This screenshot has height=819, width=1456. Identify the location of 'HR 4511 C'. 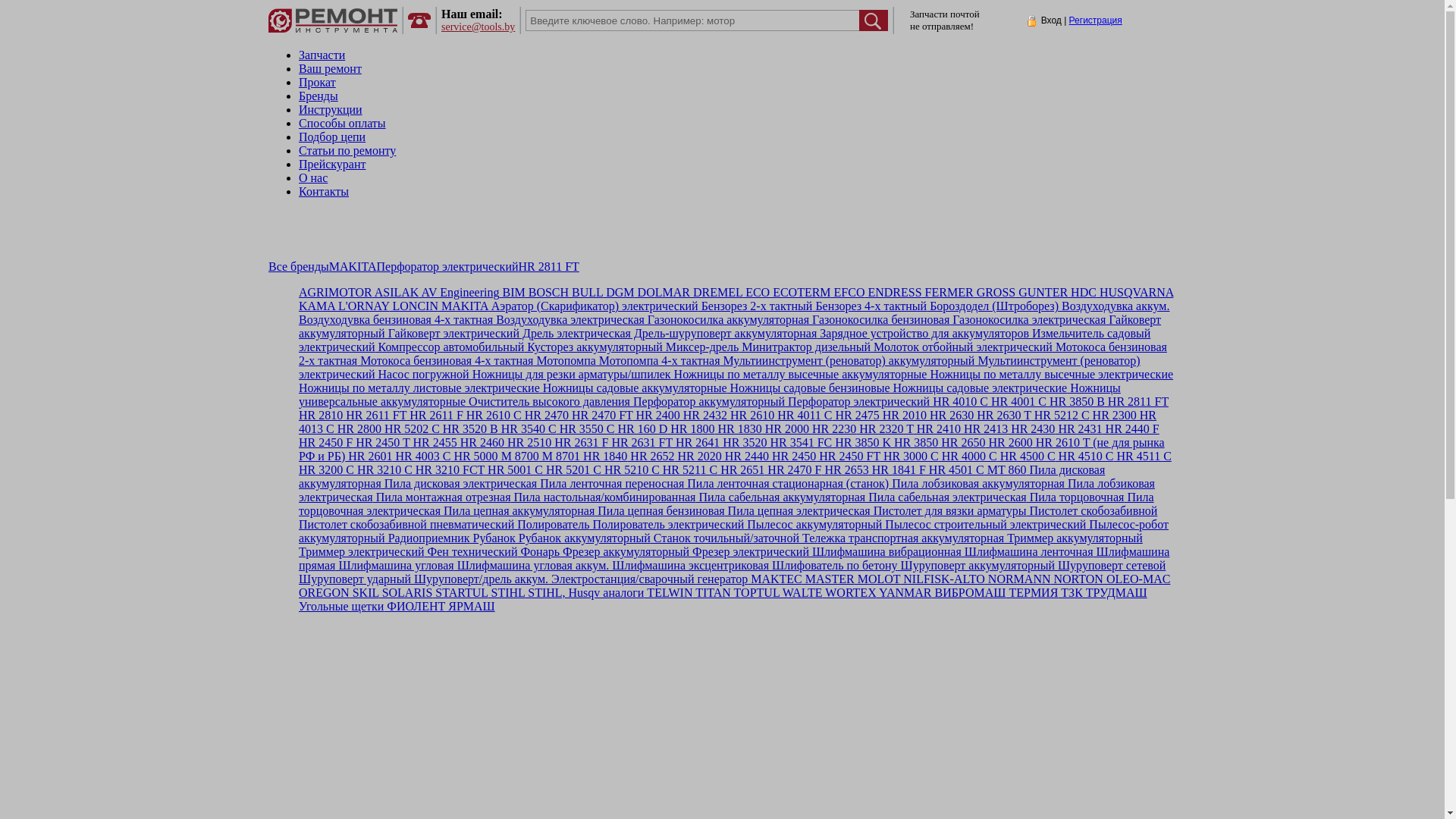
(1142, 455).